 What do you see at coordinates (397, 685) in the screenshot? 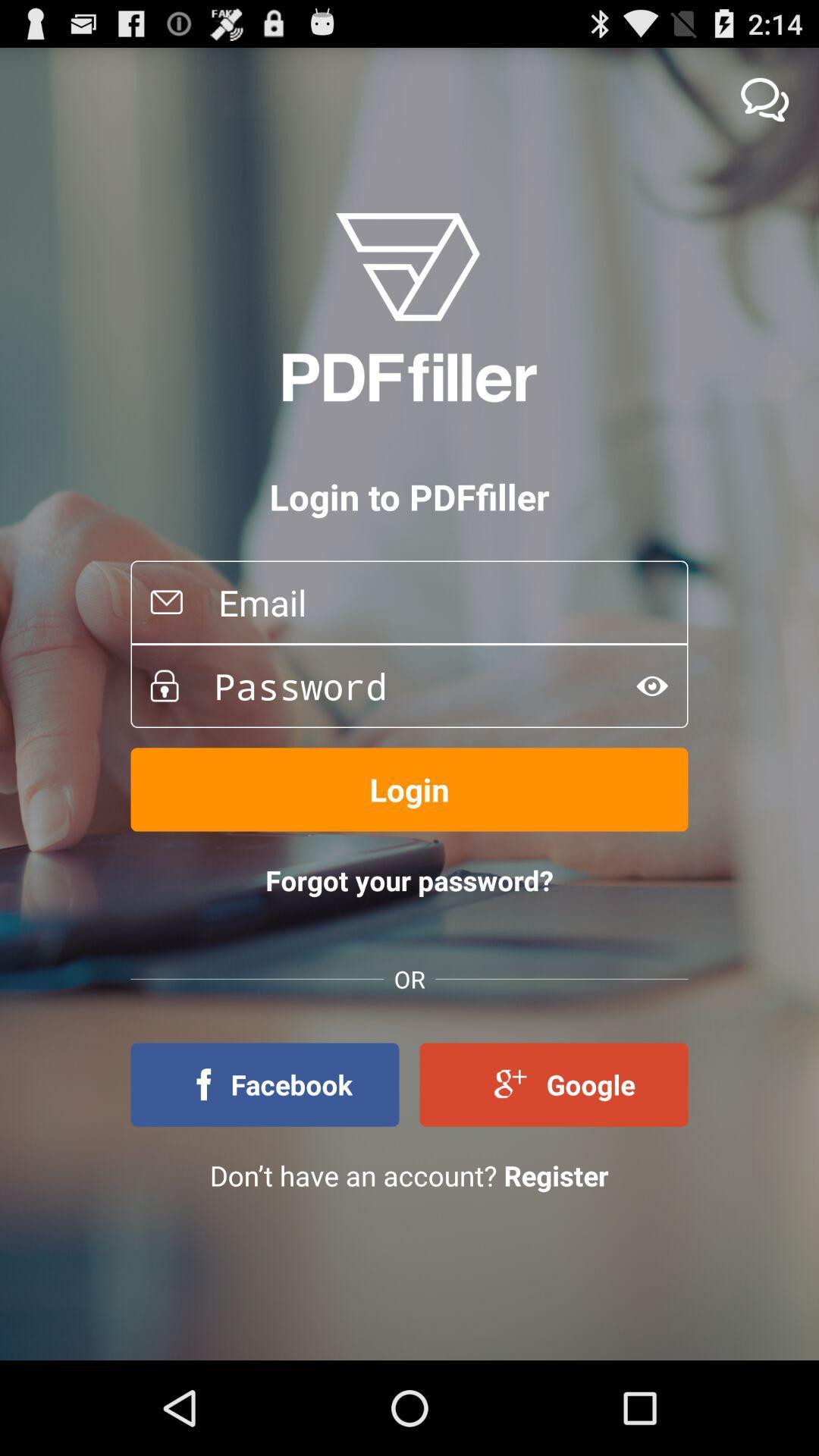
I see `password` at bounding box center [397, 685].